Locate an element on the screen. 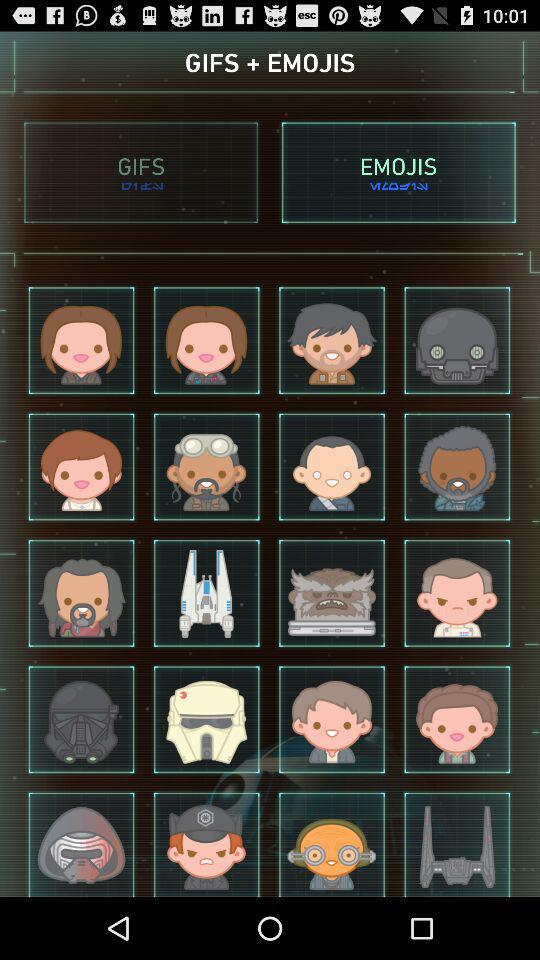 This screenshot has height=960, width=540. the 9th emoji is located at coordinates (81, 593).